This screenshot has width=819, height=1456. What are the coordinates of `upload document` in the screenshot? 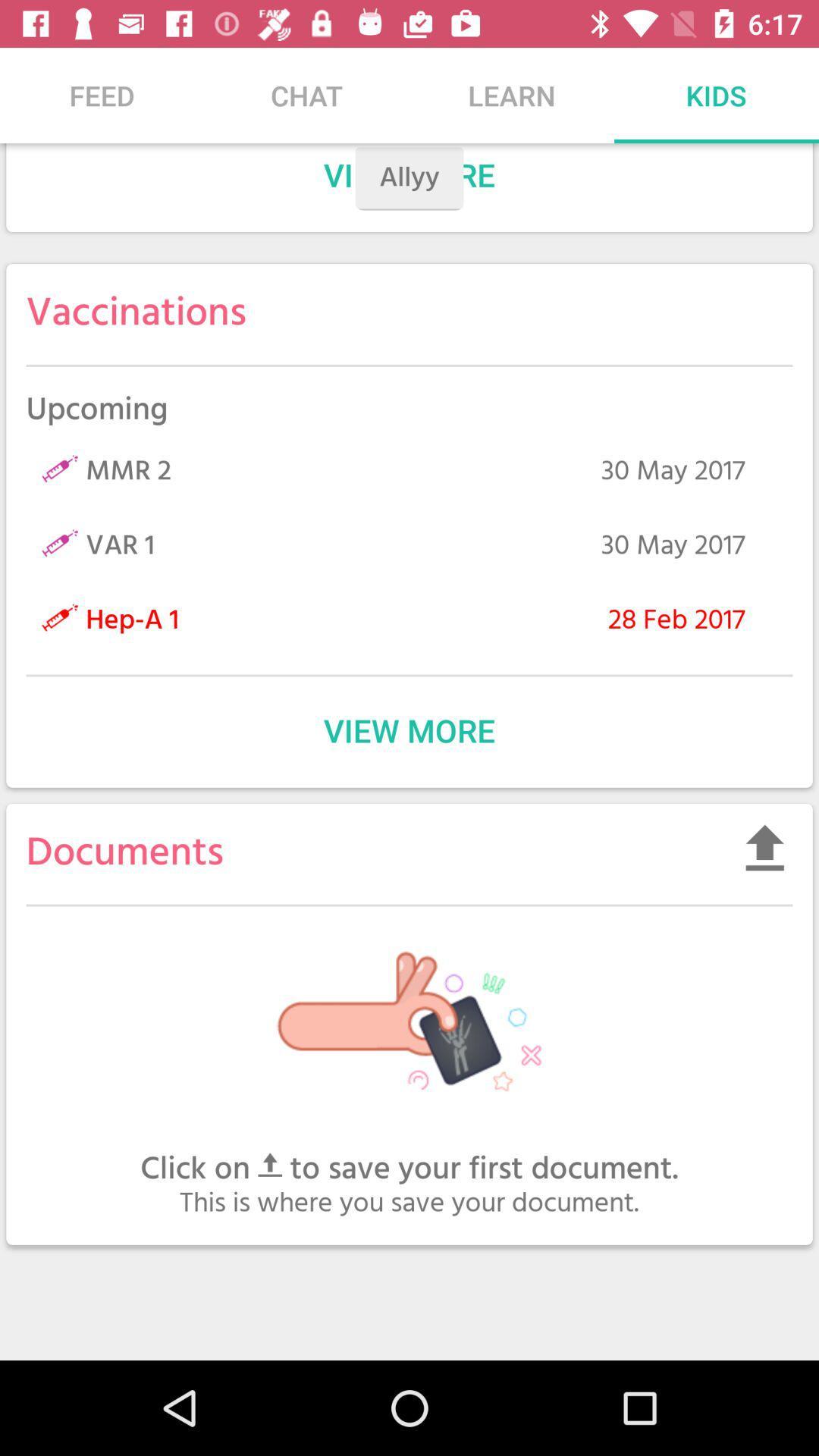 It's located at (764, 846).